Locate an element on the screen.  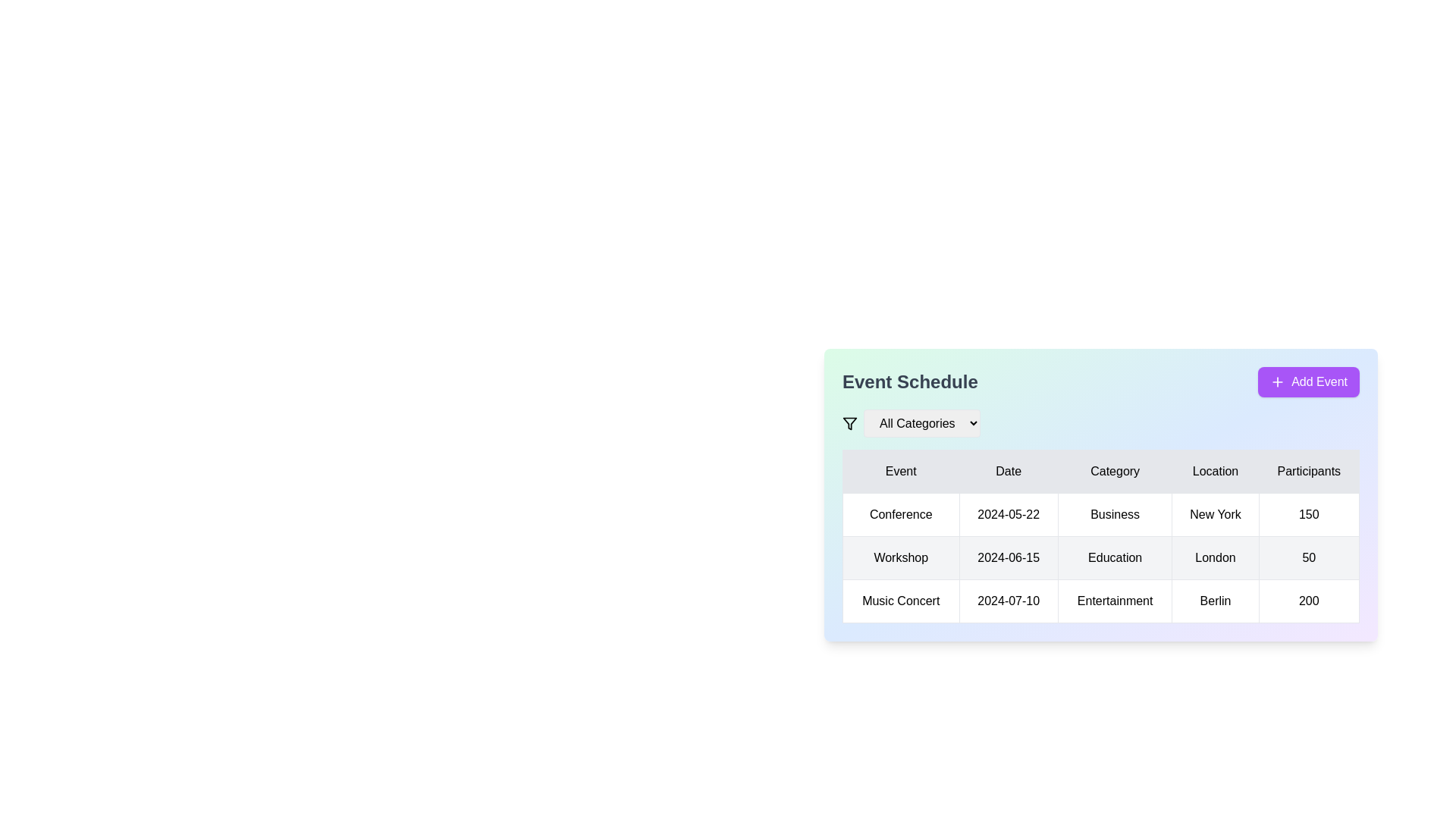
the text label indicating the number of participants registered for the 'Workshop' event in the 'Participants' column of the table for the workshop in London on June 15, 2024 is located at coordinates (1308, 558).